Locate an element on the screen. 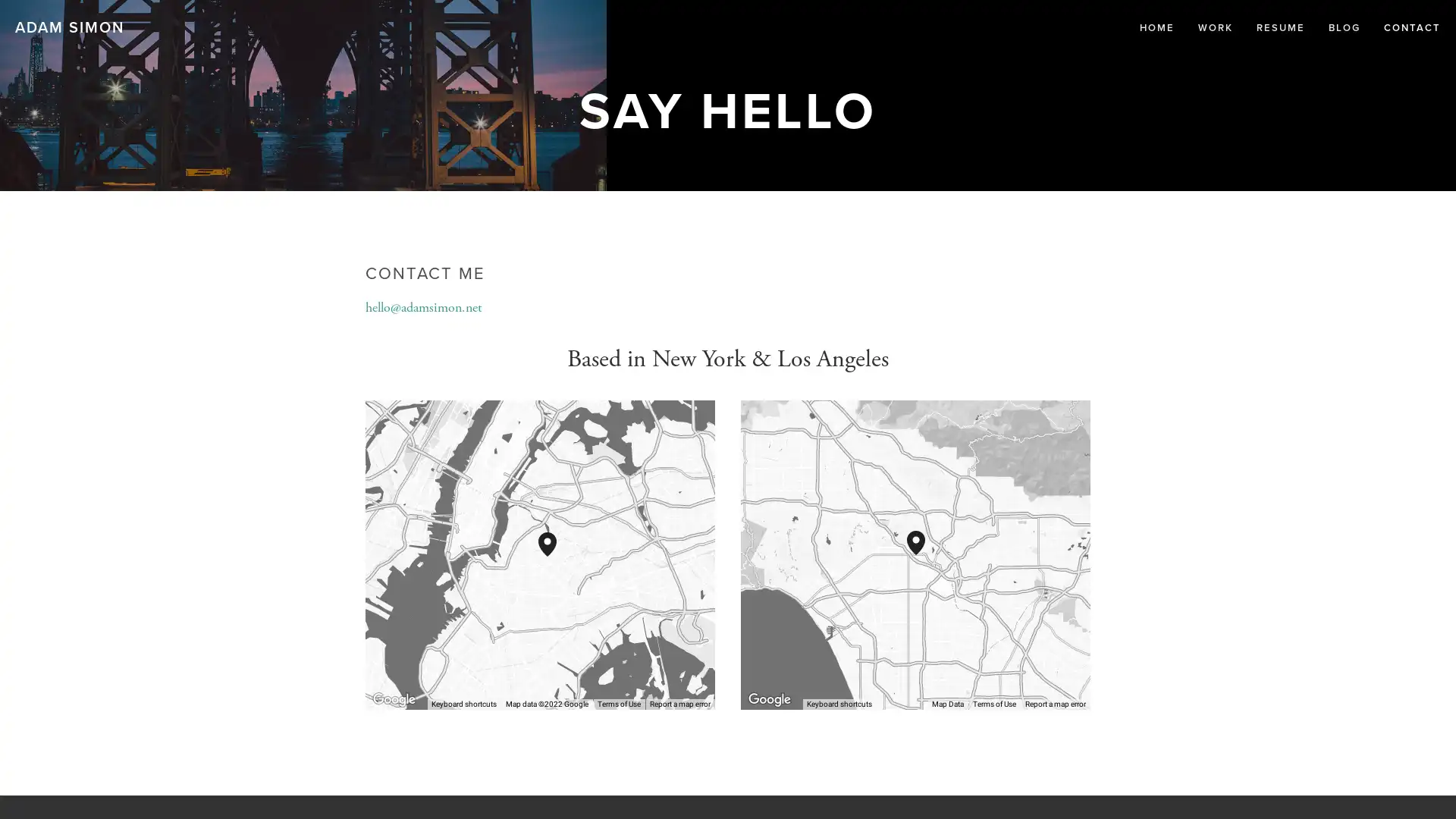 The image size is (1456, 819). 1016 N Heliotrope Dr Los Angeles, CA, 90029, United States is located at coordinates (924, 554).